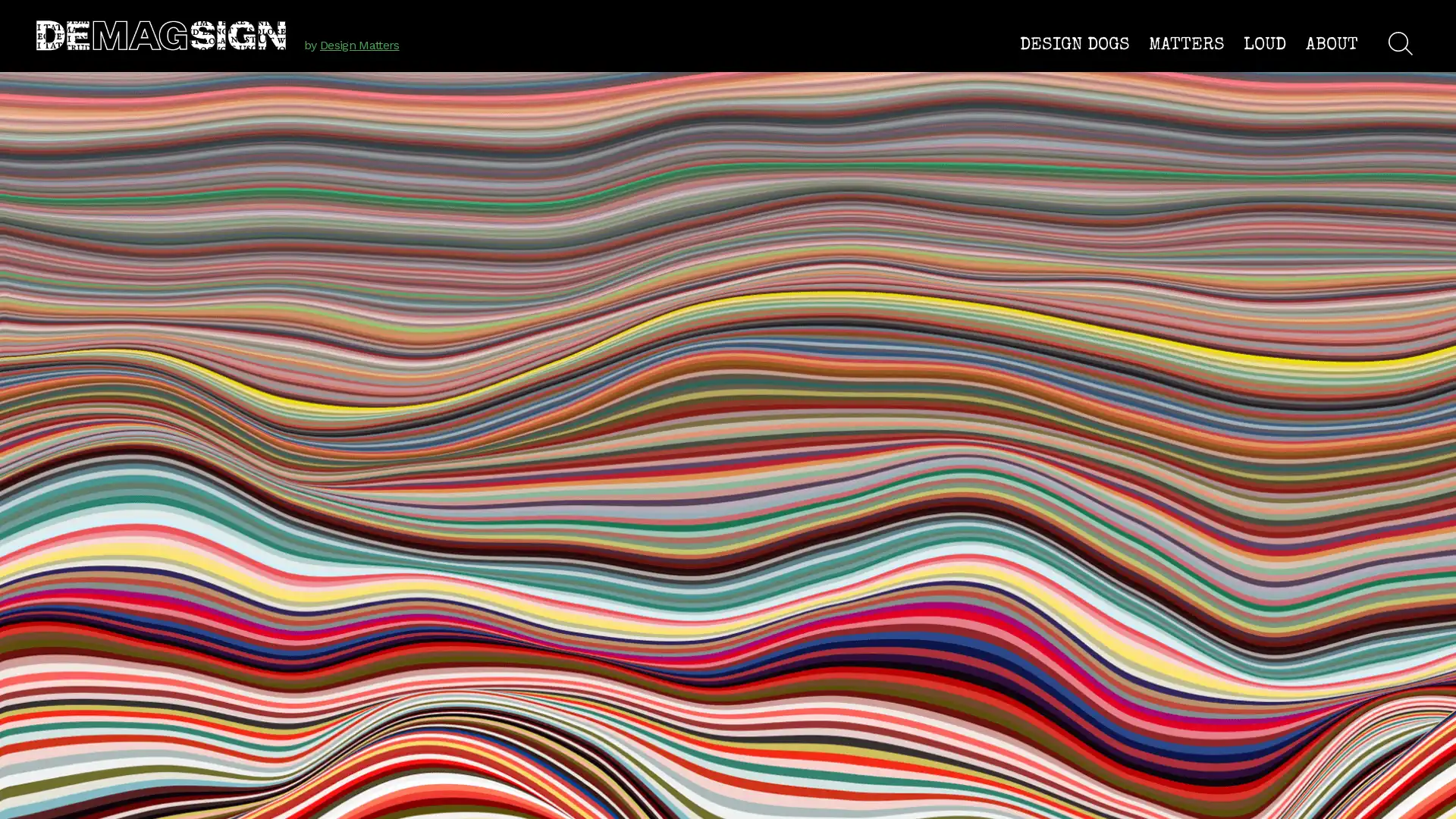 This screenshot has height=819, width=1456. I want to click on Search, so click(1400, 42).